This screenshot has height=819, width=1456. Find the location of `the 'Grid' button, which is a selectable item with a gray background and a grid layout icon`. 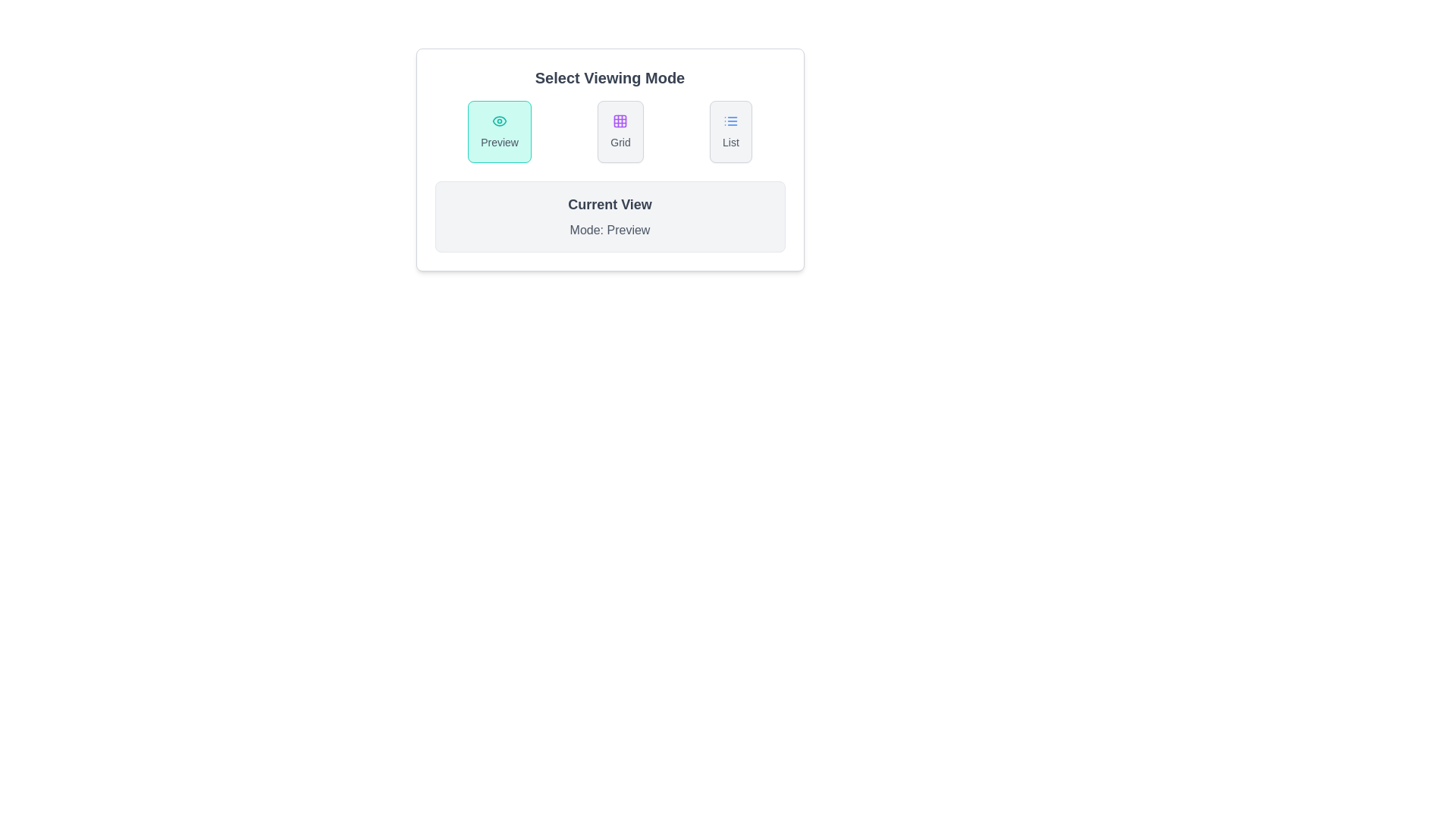

the 'Grid' button, which is a selectable item with a gray background and a grid layout icon is located at coordinates (620, 130).